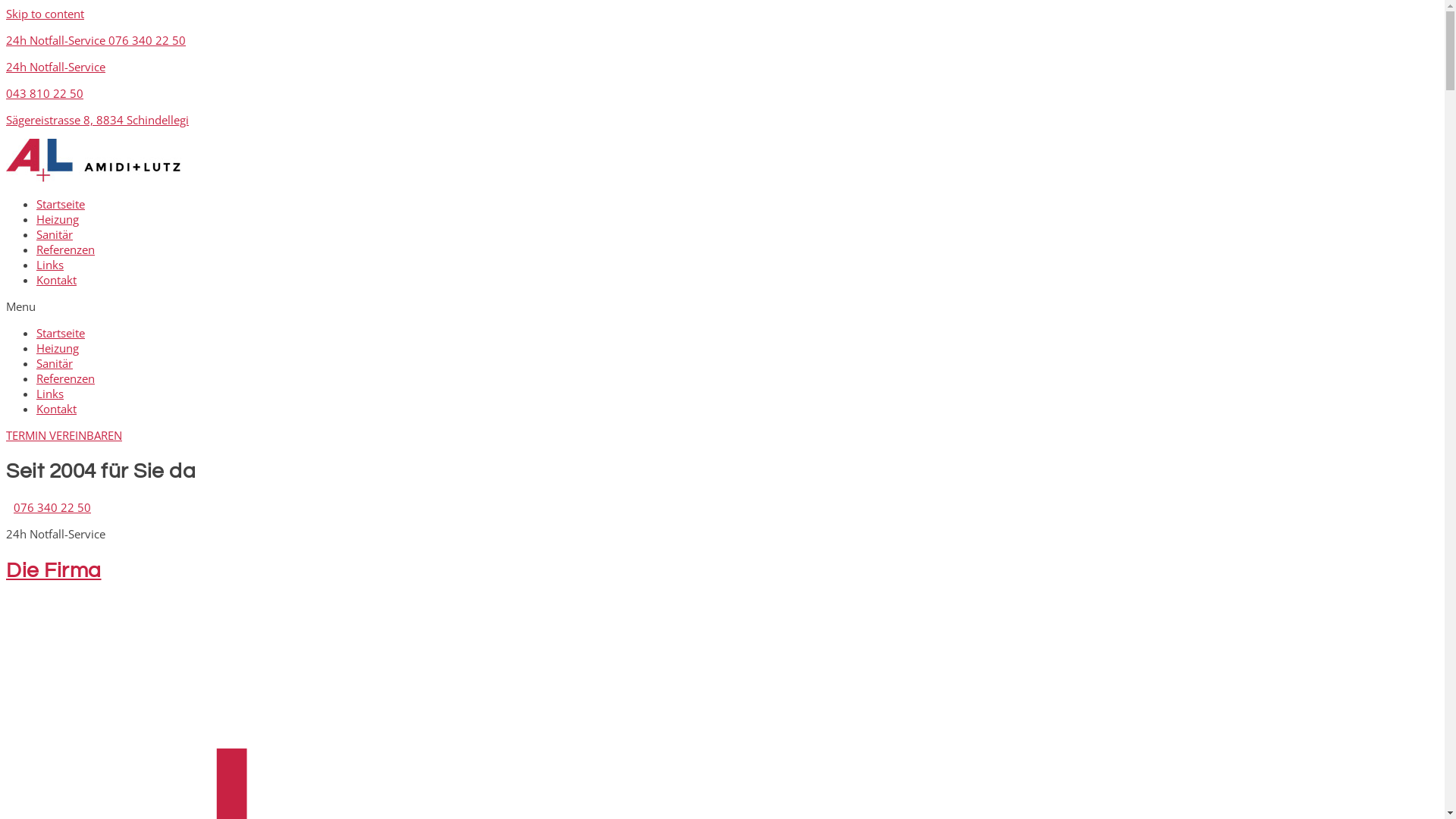 The height and width of the screenshot is (819, 1456). What do you see at coordinates (50, 263) in the screenshot?
I see `'Links'` at bounding box center [50, 263].